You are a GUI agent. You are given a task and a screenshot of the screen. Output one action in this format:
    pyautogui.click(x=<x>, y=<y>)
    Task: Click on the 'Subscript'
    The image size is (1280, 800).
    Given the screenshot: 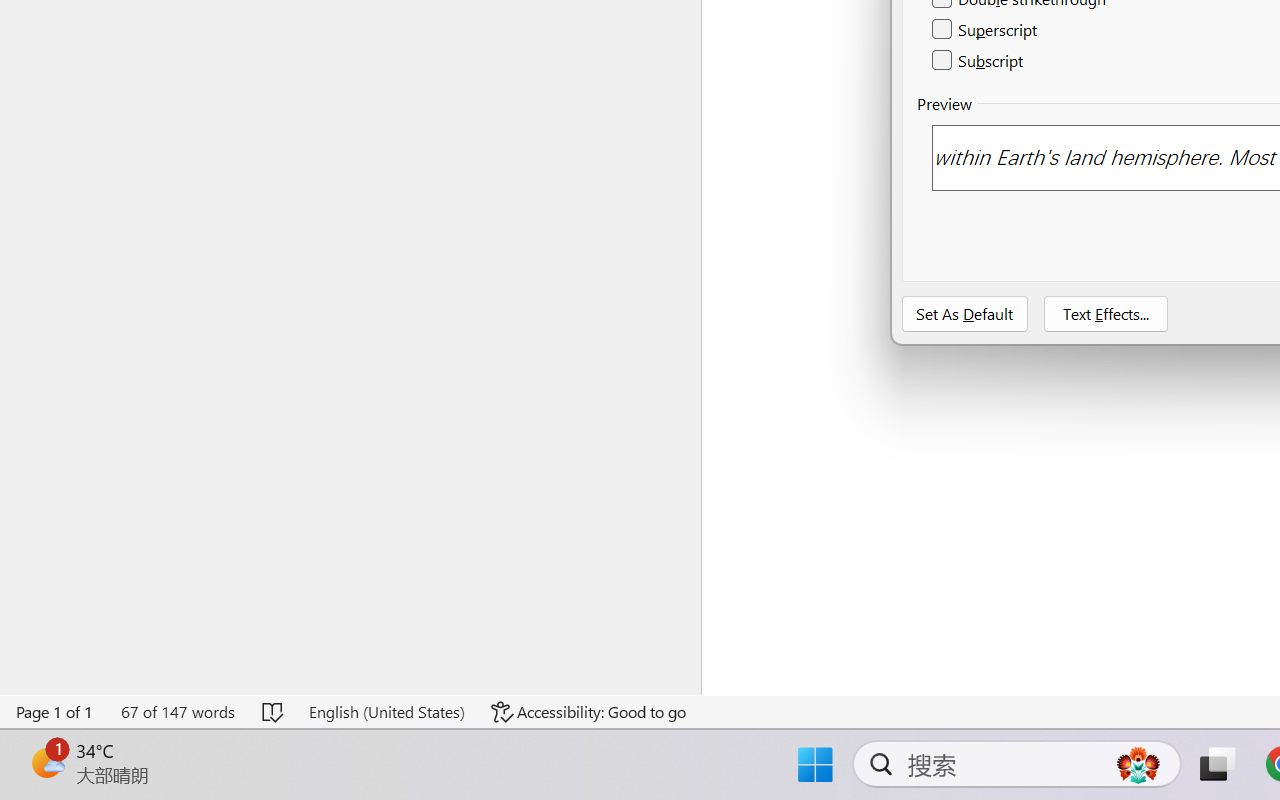 What is the action you would take?
    pyautogui.click(x=979, y=59)
    